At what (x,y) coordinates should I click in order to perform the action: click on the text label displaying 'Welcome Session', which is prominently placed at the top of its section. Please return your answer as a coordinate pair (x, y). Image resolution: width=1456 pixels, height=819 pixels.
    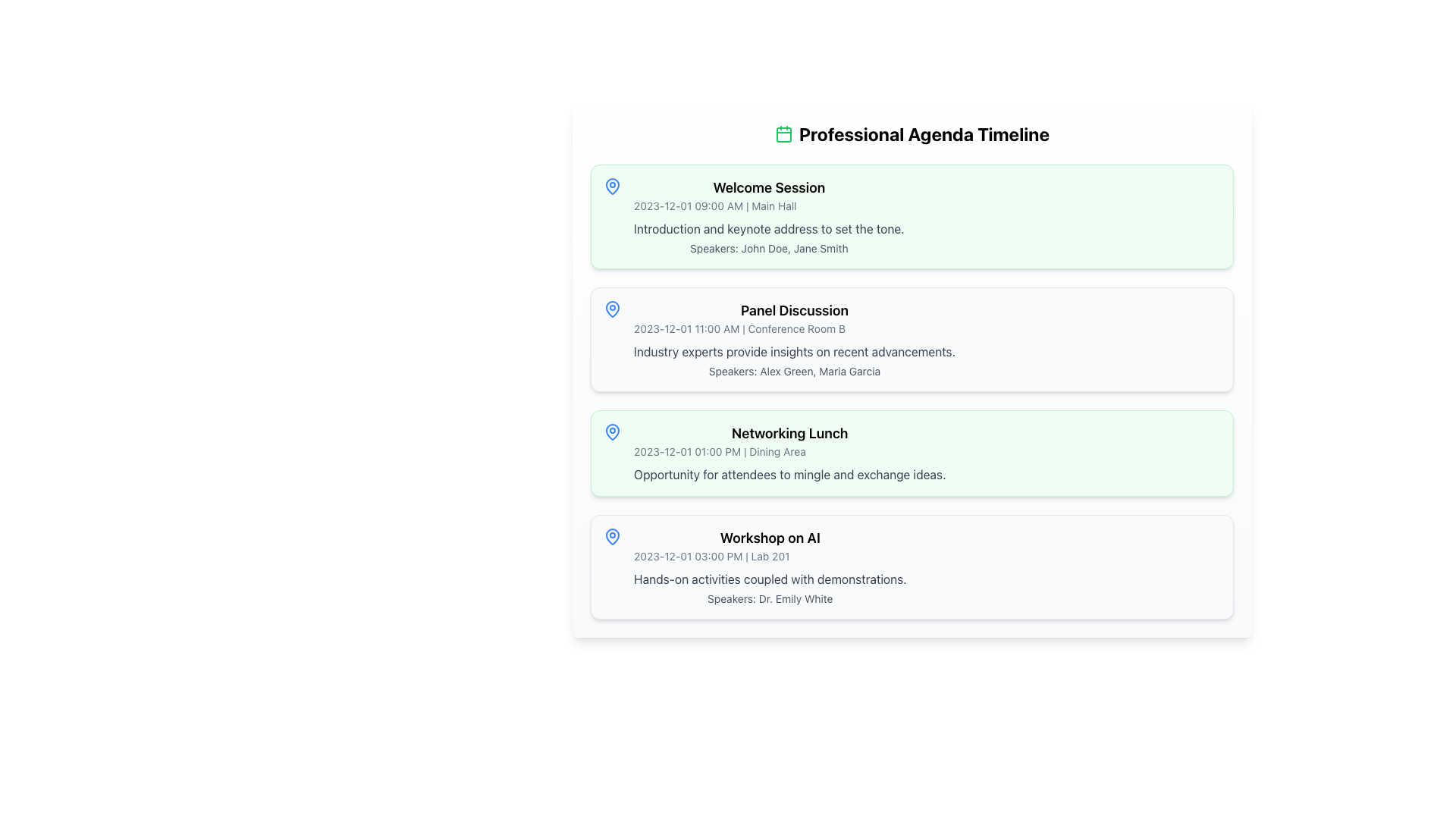
    Looking at the image, I should click on (769, 187).